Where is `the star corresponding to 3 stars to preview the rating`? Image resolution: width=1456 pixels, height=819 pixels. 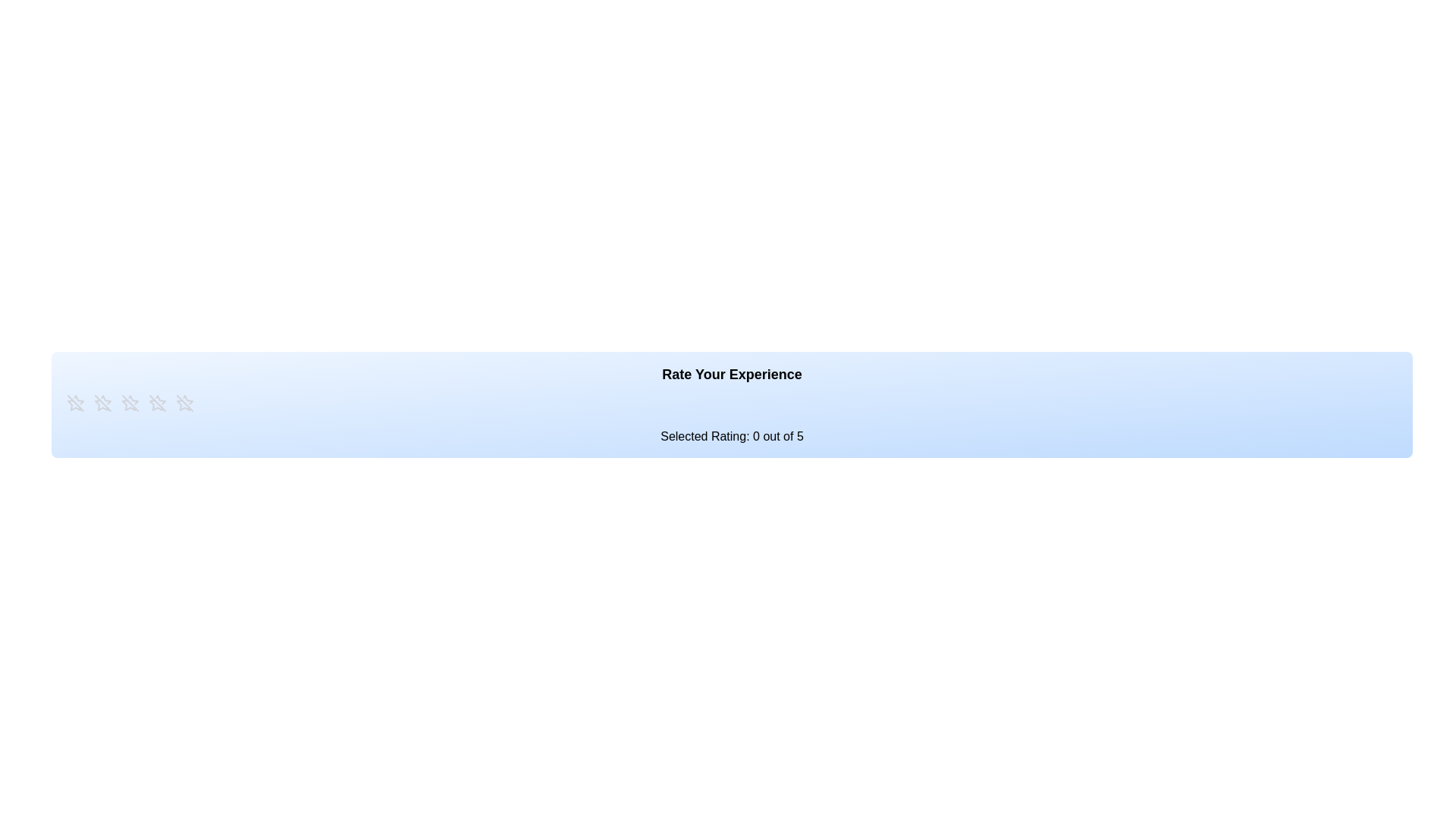
the star corresponding to 3 stars to preview the rating is located at coordinates (130, 403).